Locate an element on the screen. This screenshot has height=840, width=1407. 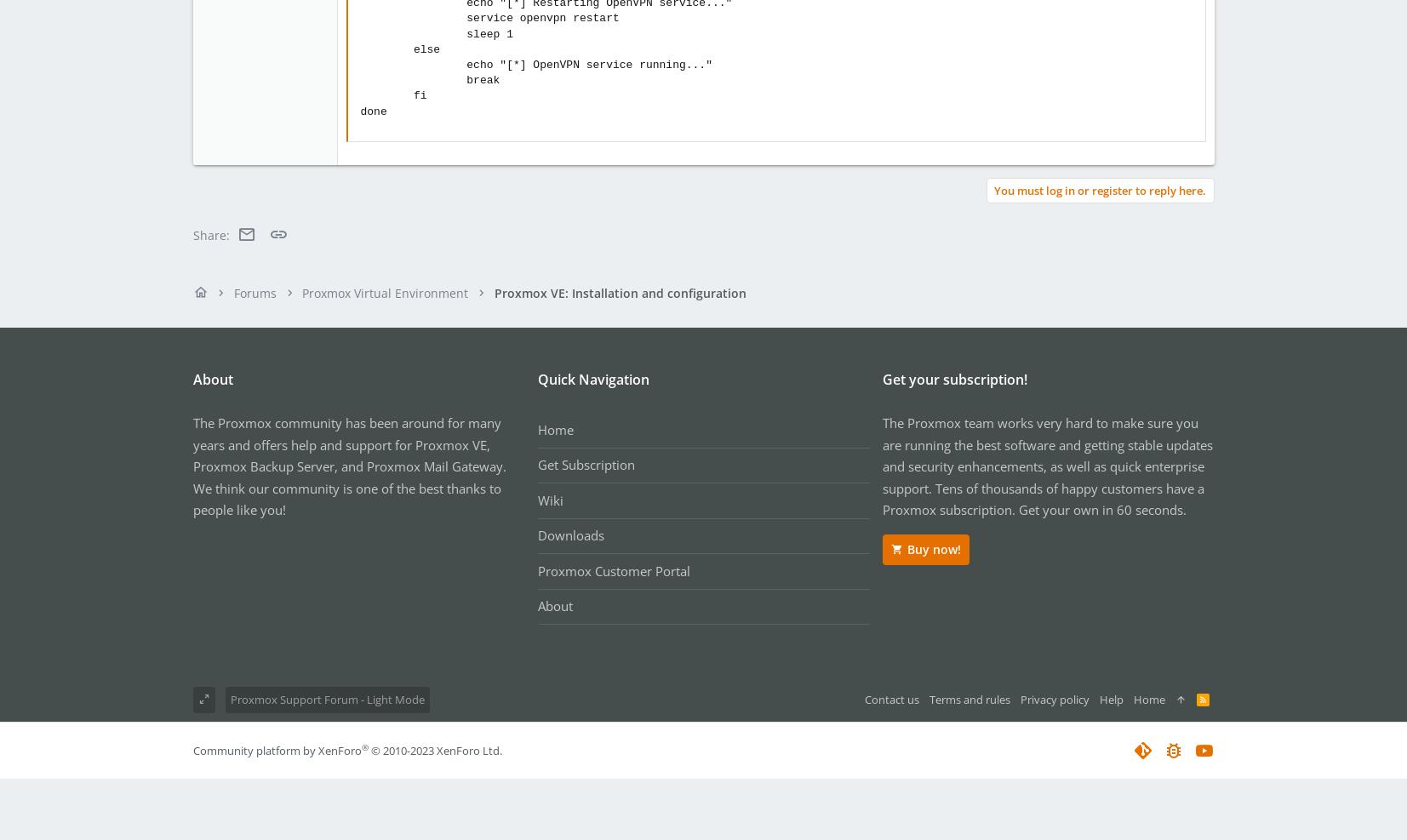
'Downloads' is located at coordinates (535, 534).